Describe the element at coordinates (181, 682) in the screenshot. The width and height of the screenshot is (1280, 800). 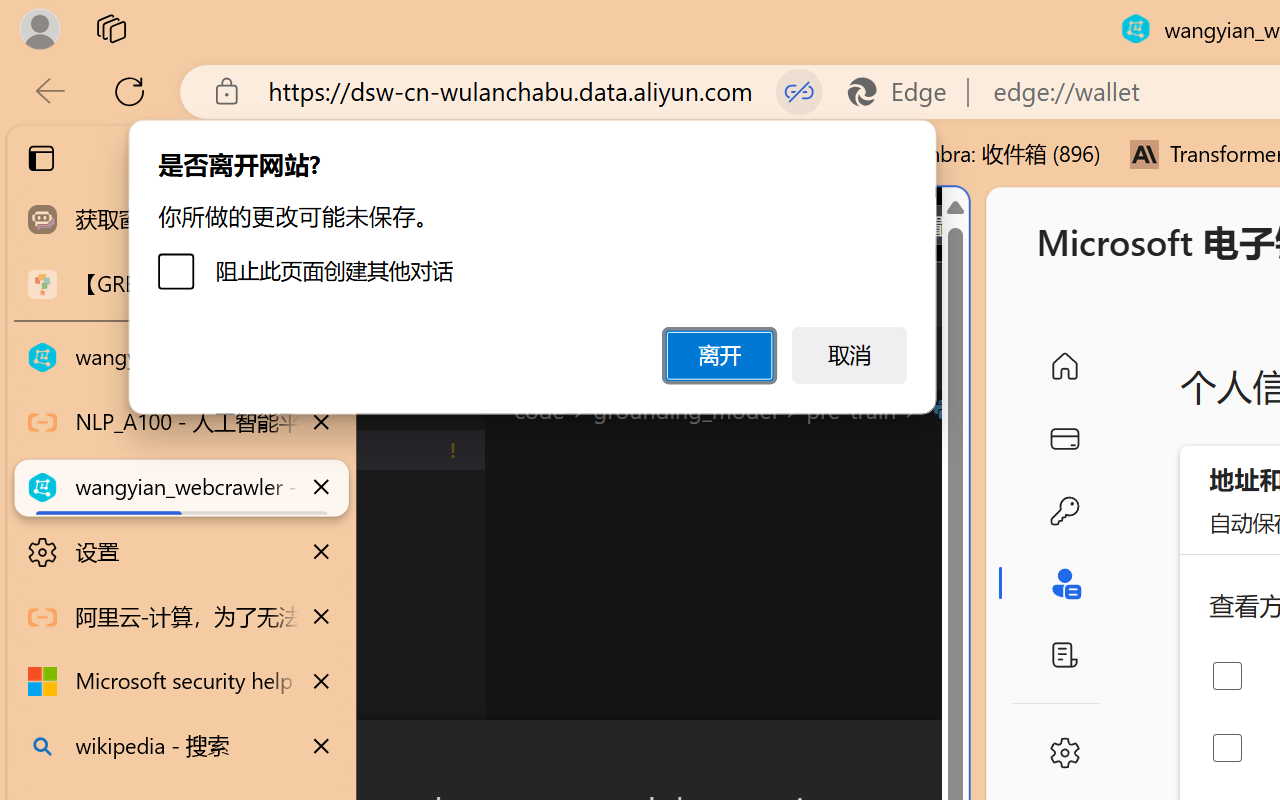
I see `'Microsoft security help and learning'` at that location.